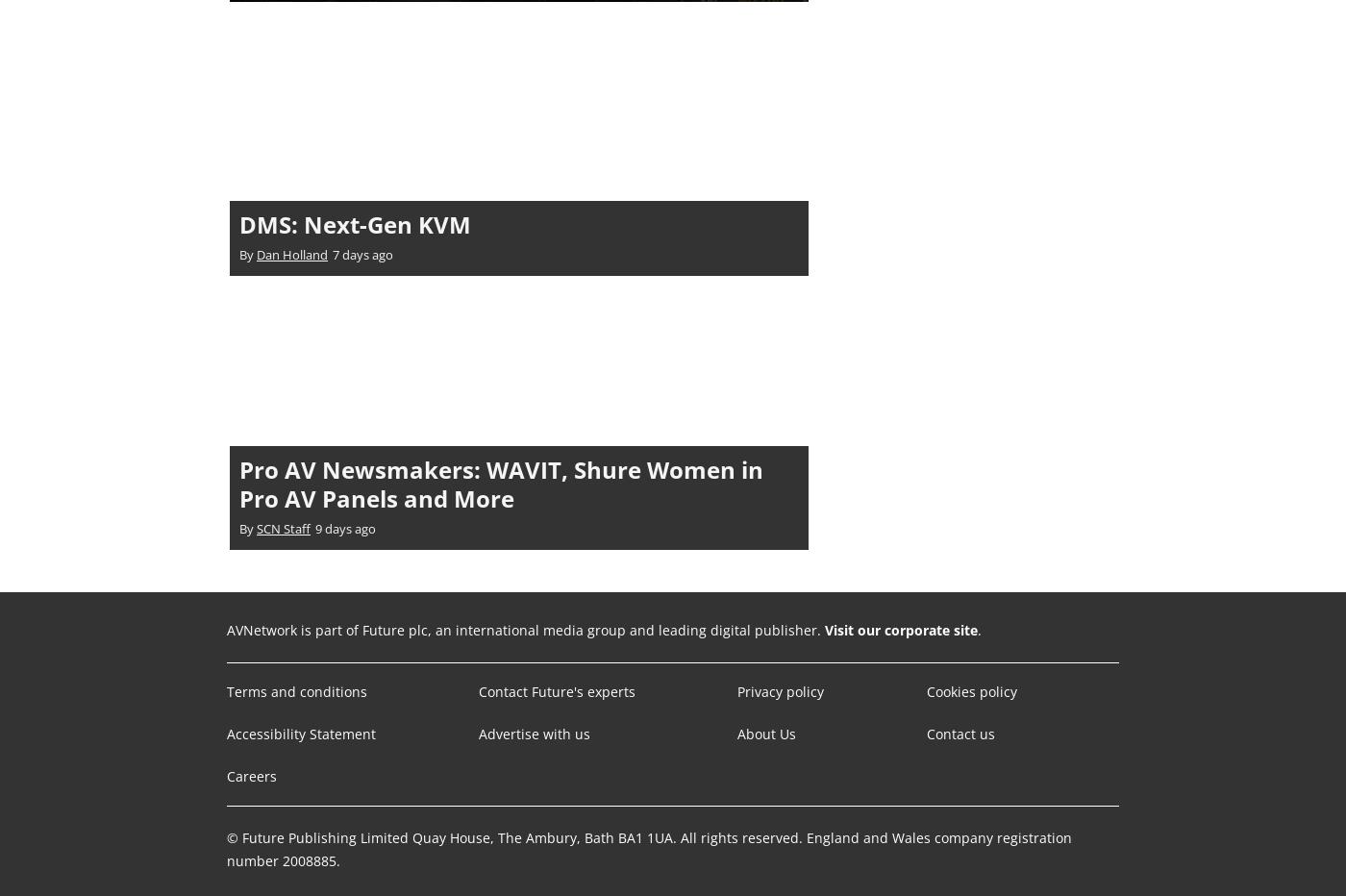 The height and width of the screenshot is (896, 1346). I want to click on 'Advertise with us', so click(533, 733).